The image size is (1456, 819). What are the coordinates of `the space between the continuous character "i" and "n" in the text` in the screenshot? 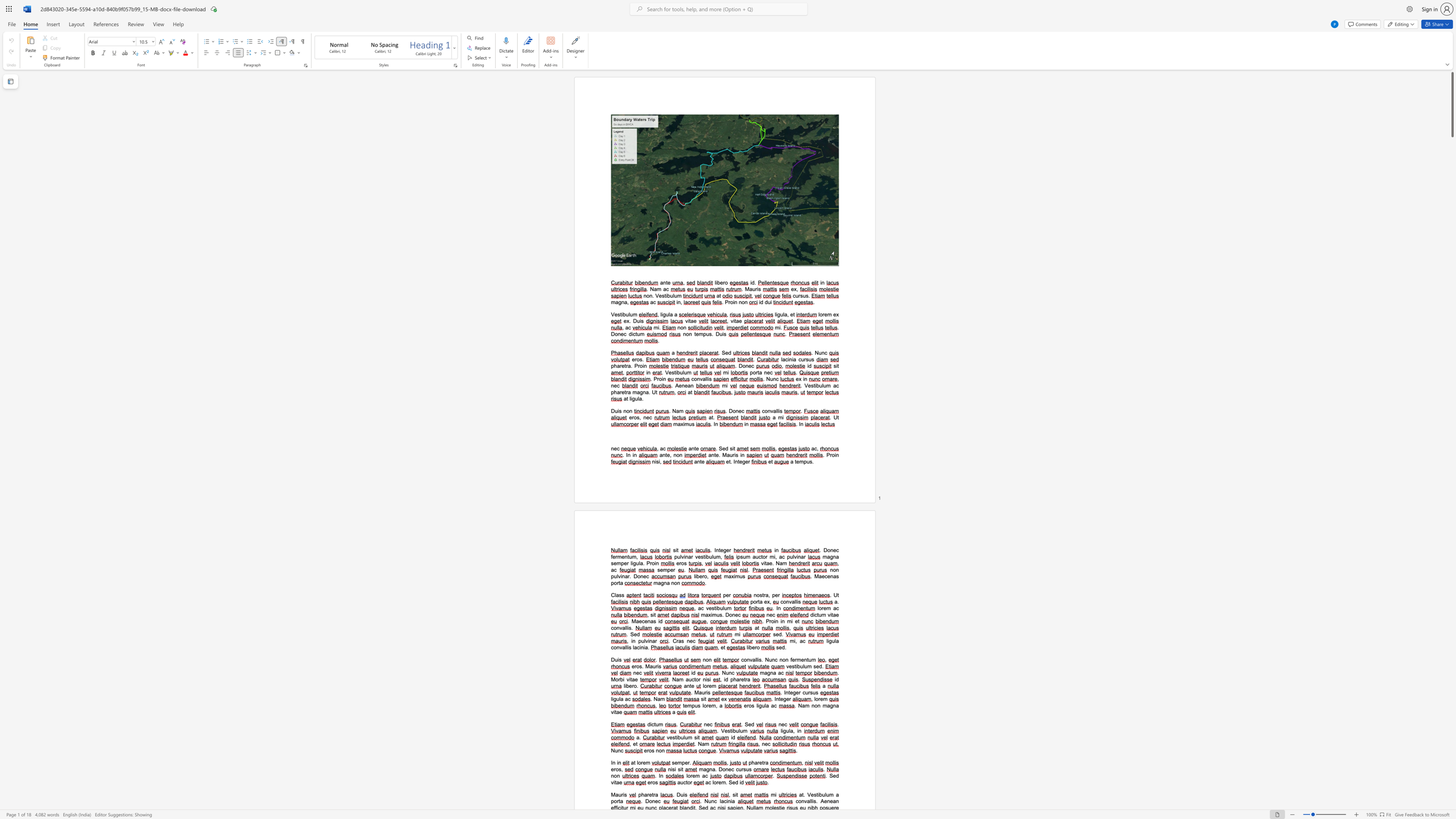 It's located at (622, 575).